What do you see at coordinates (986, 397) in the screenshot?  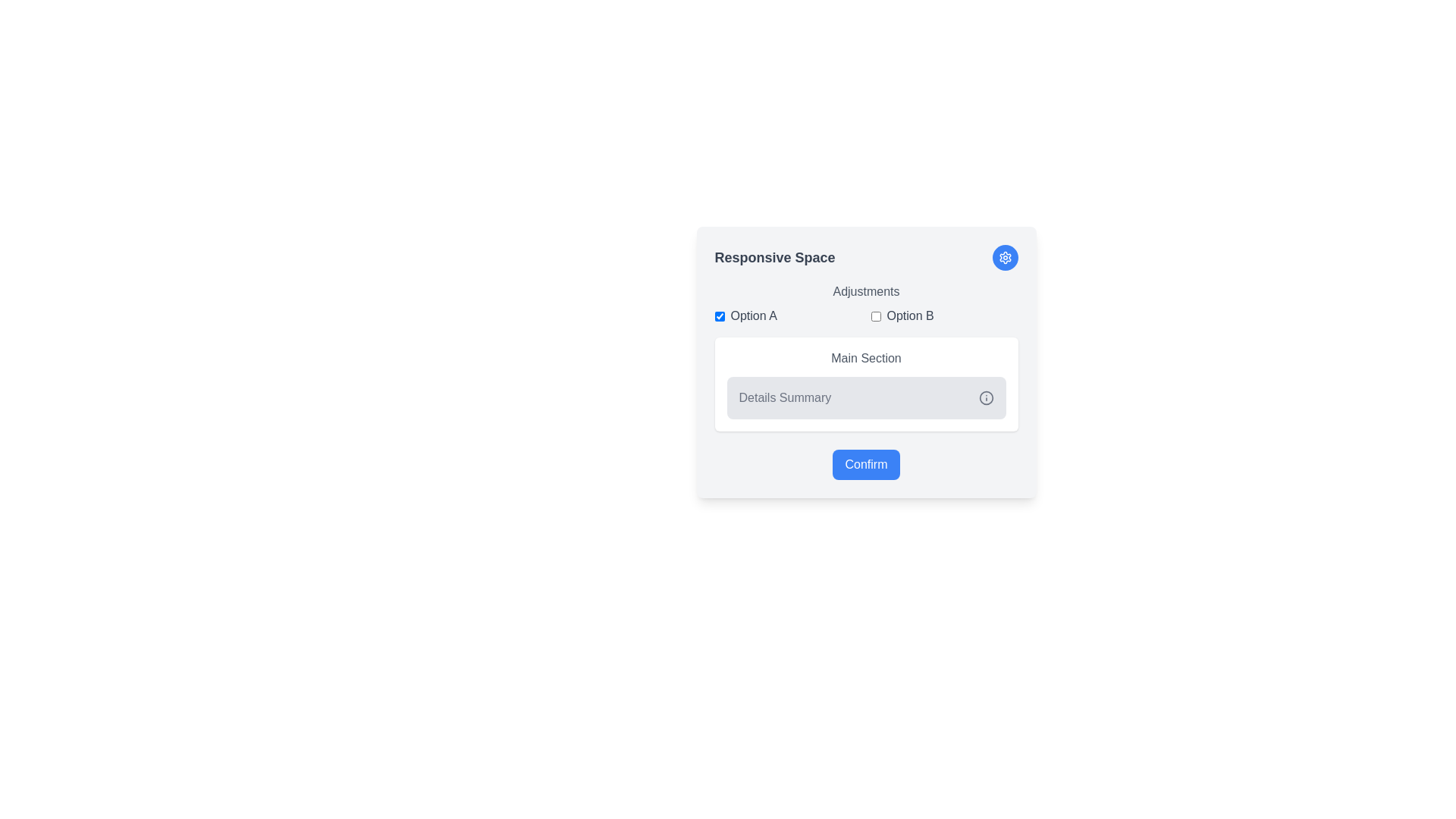 I see `the circular SVG component that serves as the outer shape of the 'info' icon located in the bottom-right corner of the 'Details Summary' input area` at bounding box center [986, 397].